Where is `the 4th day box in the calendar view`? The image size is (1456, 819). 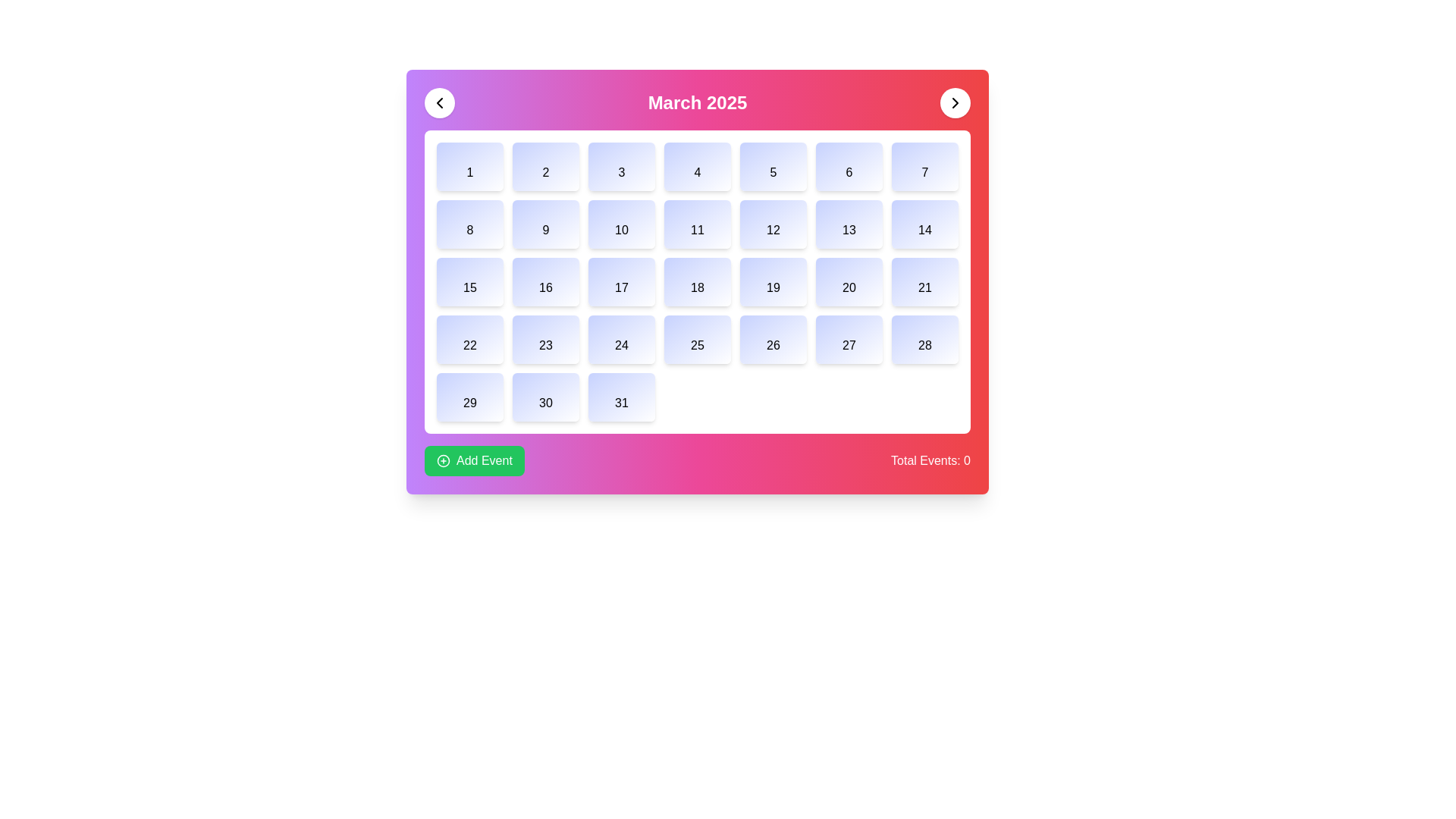 the 4th day box in the calendar view is located at coordinates (697, 166).